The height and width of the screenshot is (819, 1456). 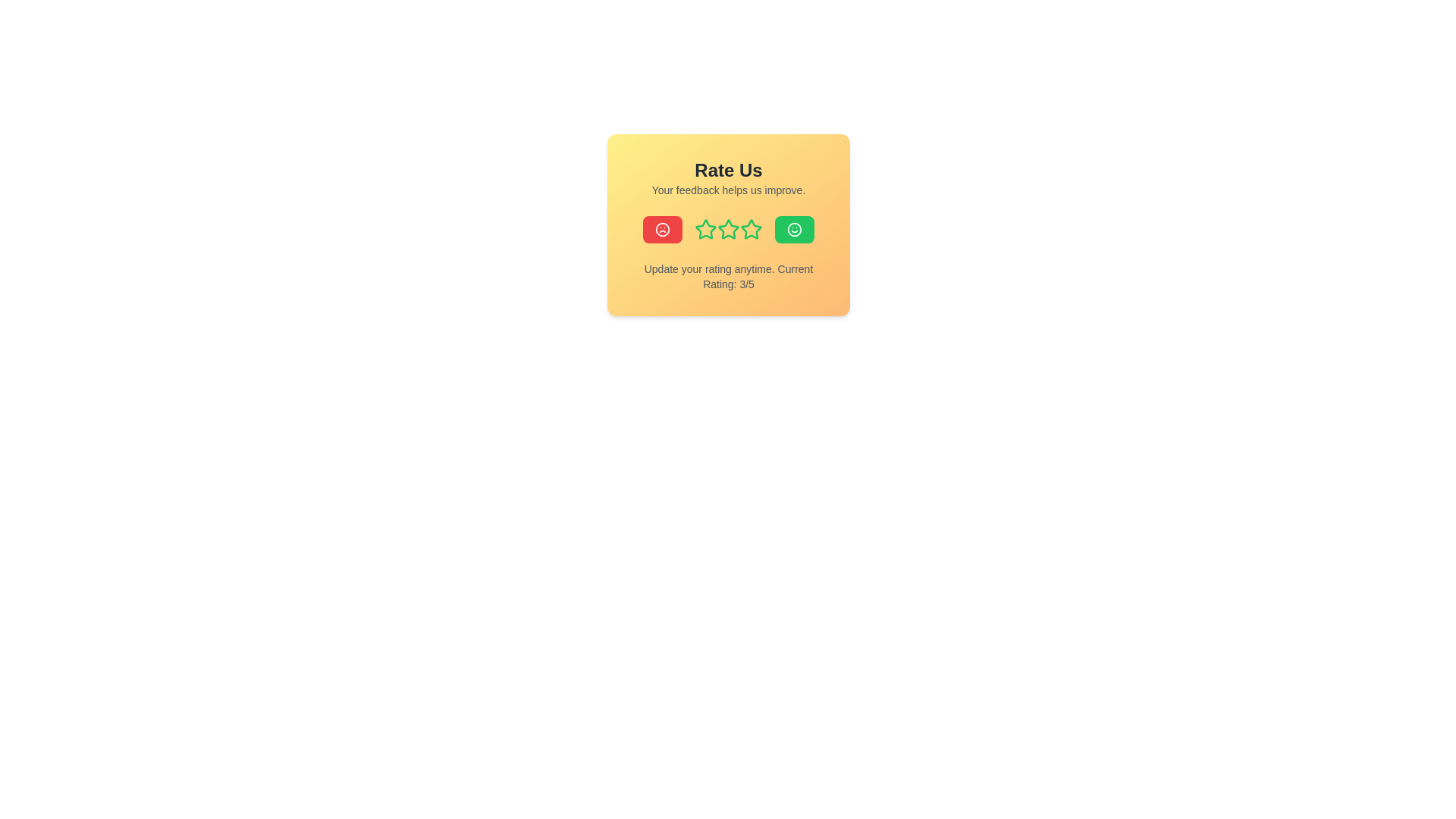 What do you see at coordinates (793, 230) in the screenshot?
I see `the positive feedback rating icon located below the text 'Your feedback helps us improve.' in the center of the user interface to provide feedback` at bounding box center [793, 230].